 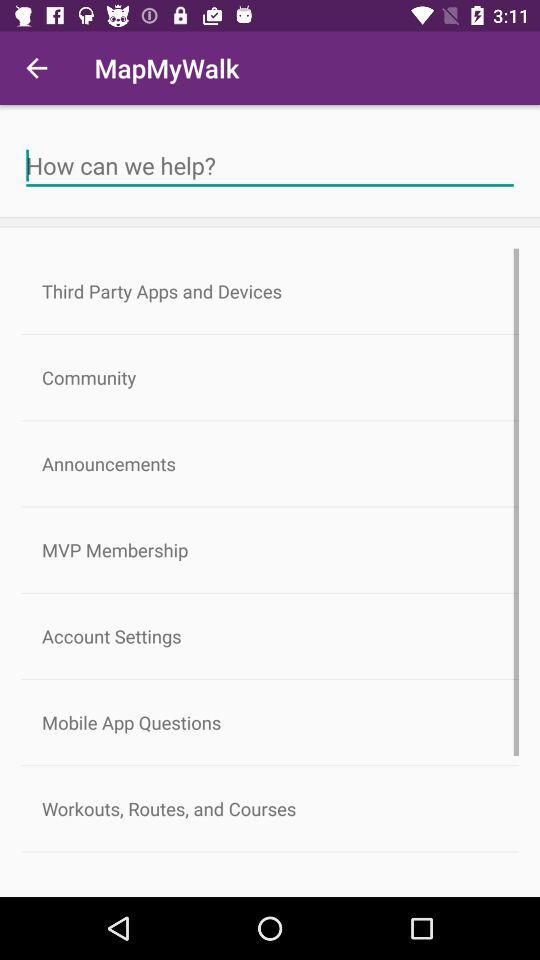 What do you see at coordinates (270, 721) in the screenshot?
I see `mobile app questions` at bounding box center [270, 721].